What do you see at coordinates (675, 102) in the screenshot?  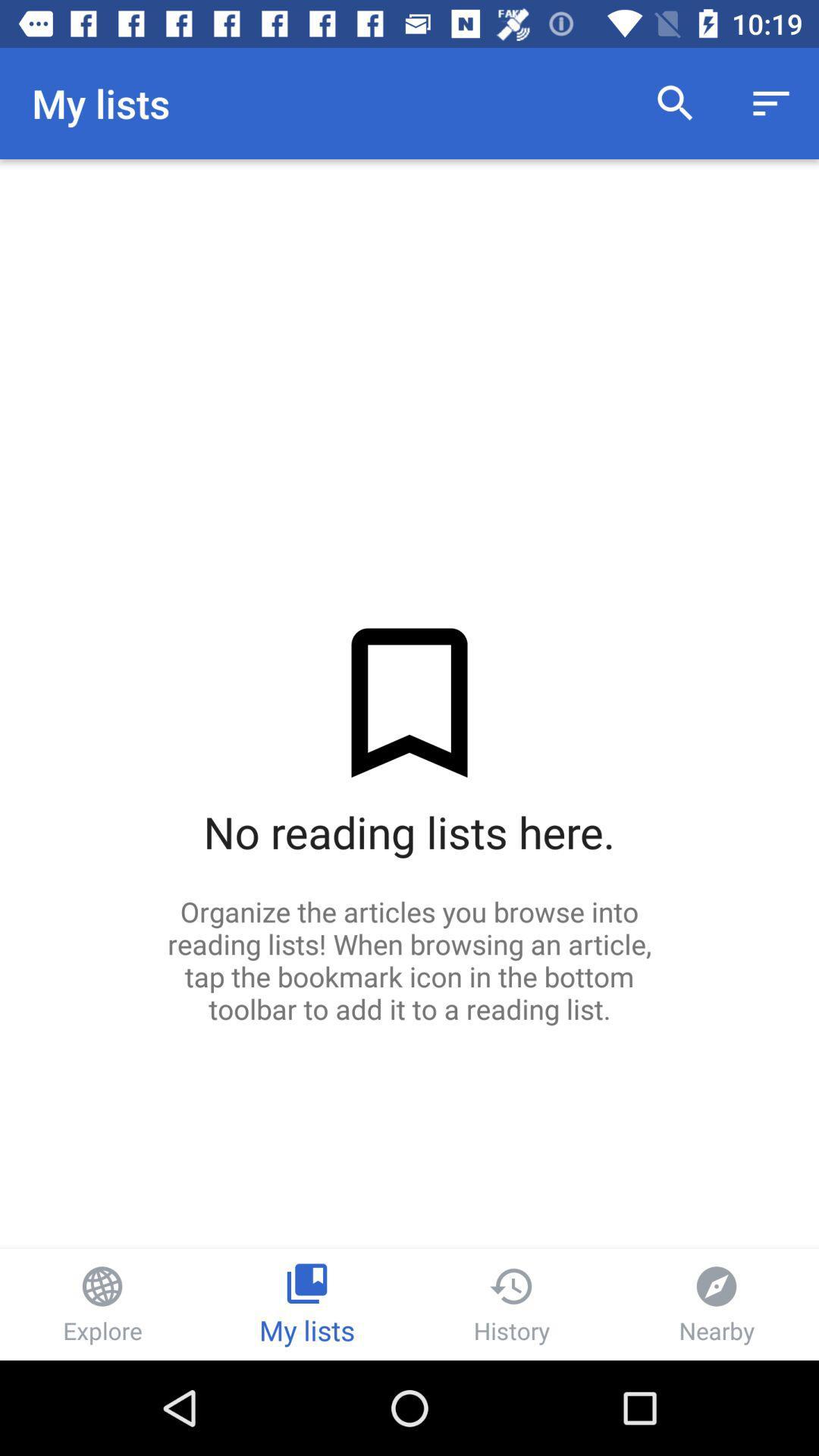 I see `the item next to the my lists icon` at bounding box center [675, 102].